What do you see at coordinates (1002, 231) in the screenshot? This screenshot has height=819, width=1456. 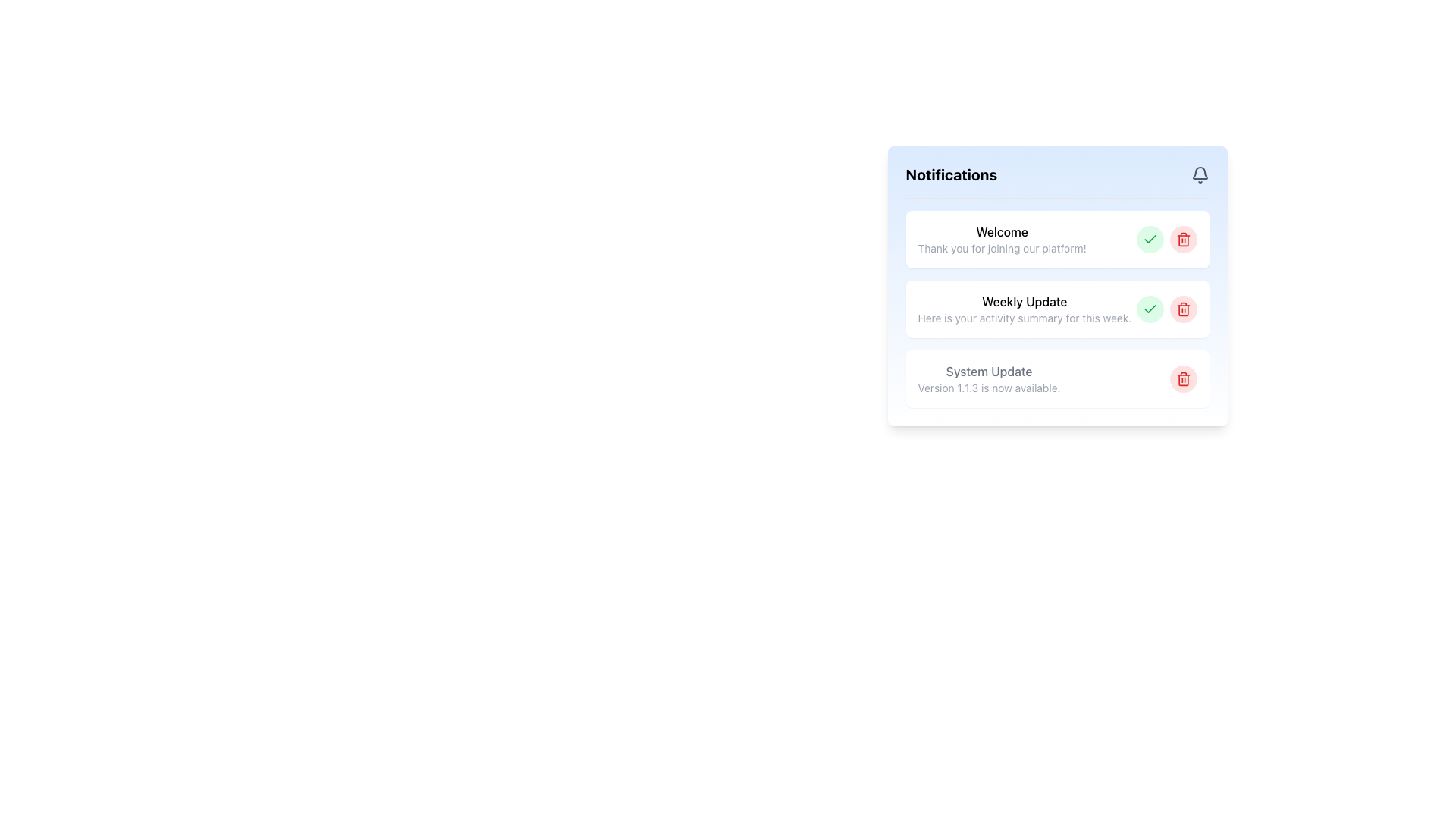 I see `the bold black text that reads 'Welcome', which is located at the top of the first notification message` at bounding box center [1002, 231].